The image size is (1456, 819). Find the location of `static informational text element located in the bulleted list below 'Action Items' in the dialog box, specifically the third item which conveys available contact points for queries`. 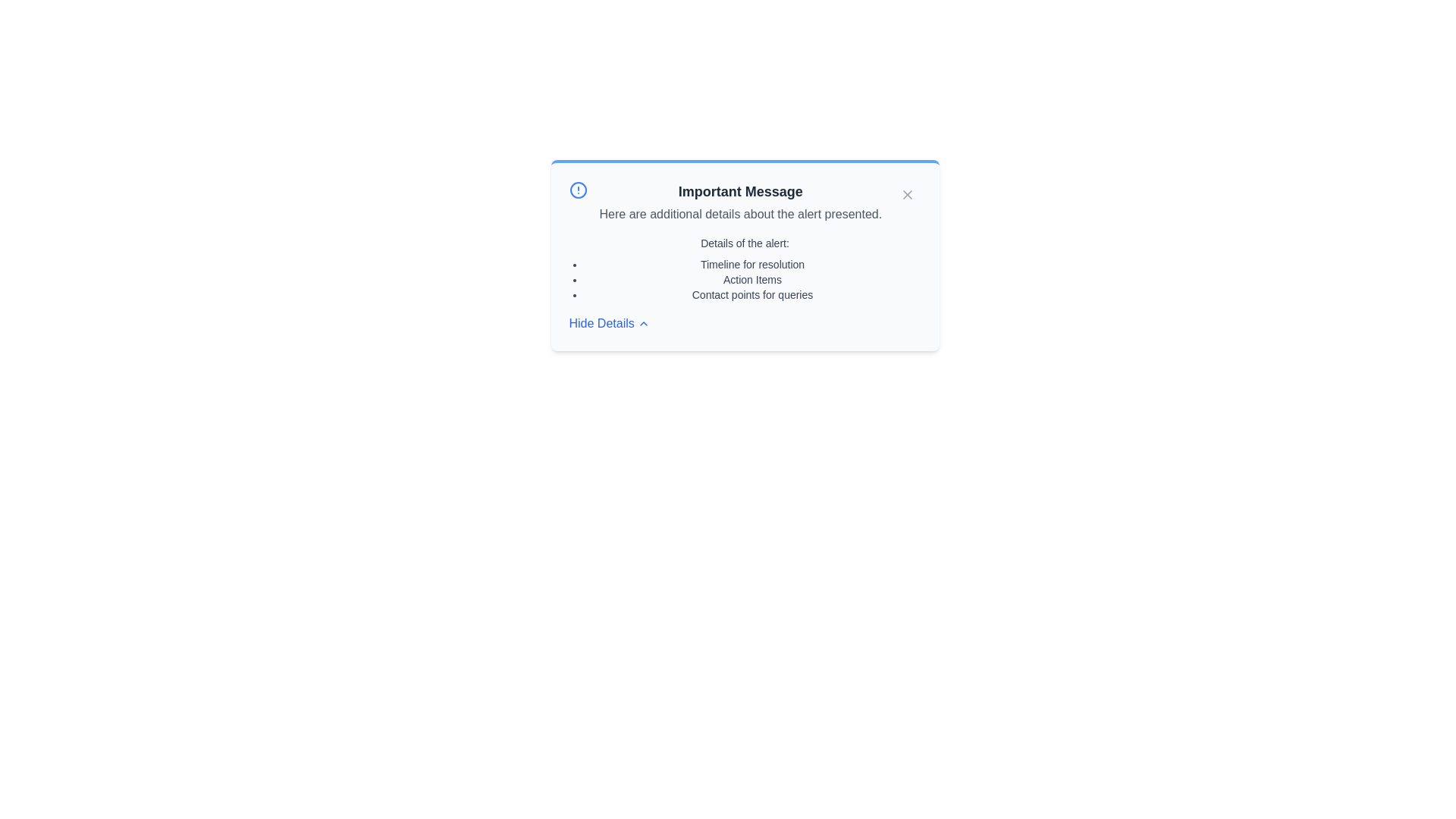

static informational text element located in the bulleted list below 'Action Items' in the dialog box, specifically the third item which conveys available contact points for queries is located at coordinates (752, 295).